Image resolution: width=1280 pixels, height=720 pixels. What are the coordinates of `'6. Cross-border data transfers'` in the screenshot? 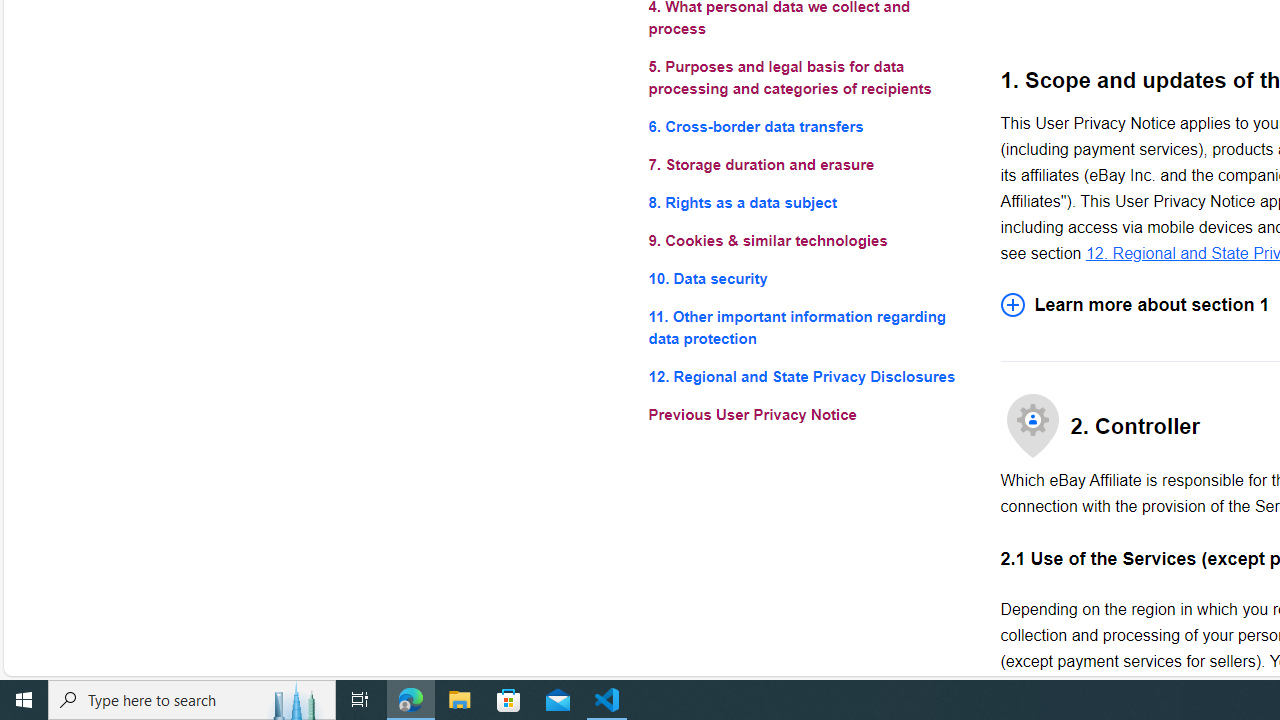 It's located at (808, 126).